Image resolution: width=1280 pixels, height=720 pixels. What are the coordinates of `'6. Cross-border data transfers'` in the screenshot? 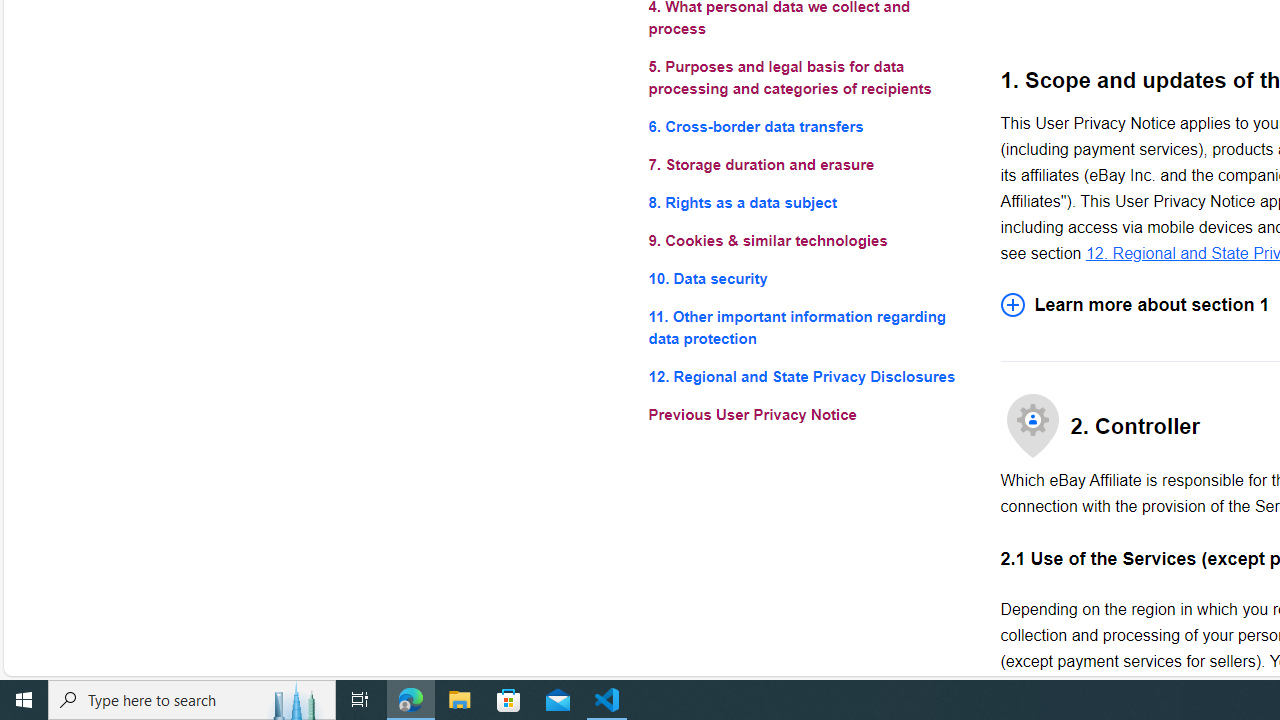 It's located at (808, 126).